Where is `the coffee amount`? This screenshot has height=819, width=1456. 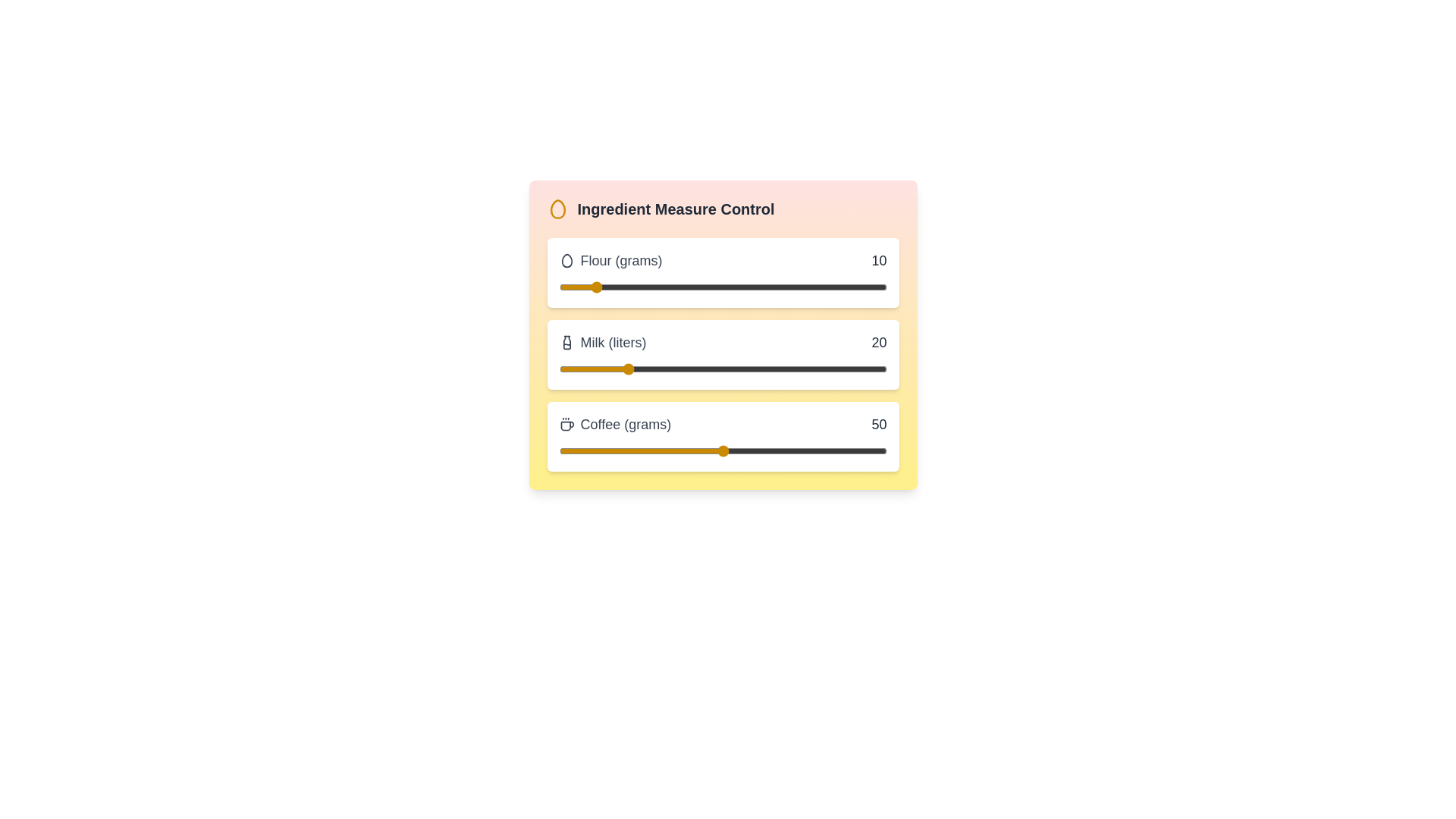
the coffee amount is located at coordinates (854, 450).